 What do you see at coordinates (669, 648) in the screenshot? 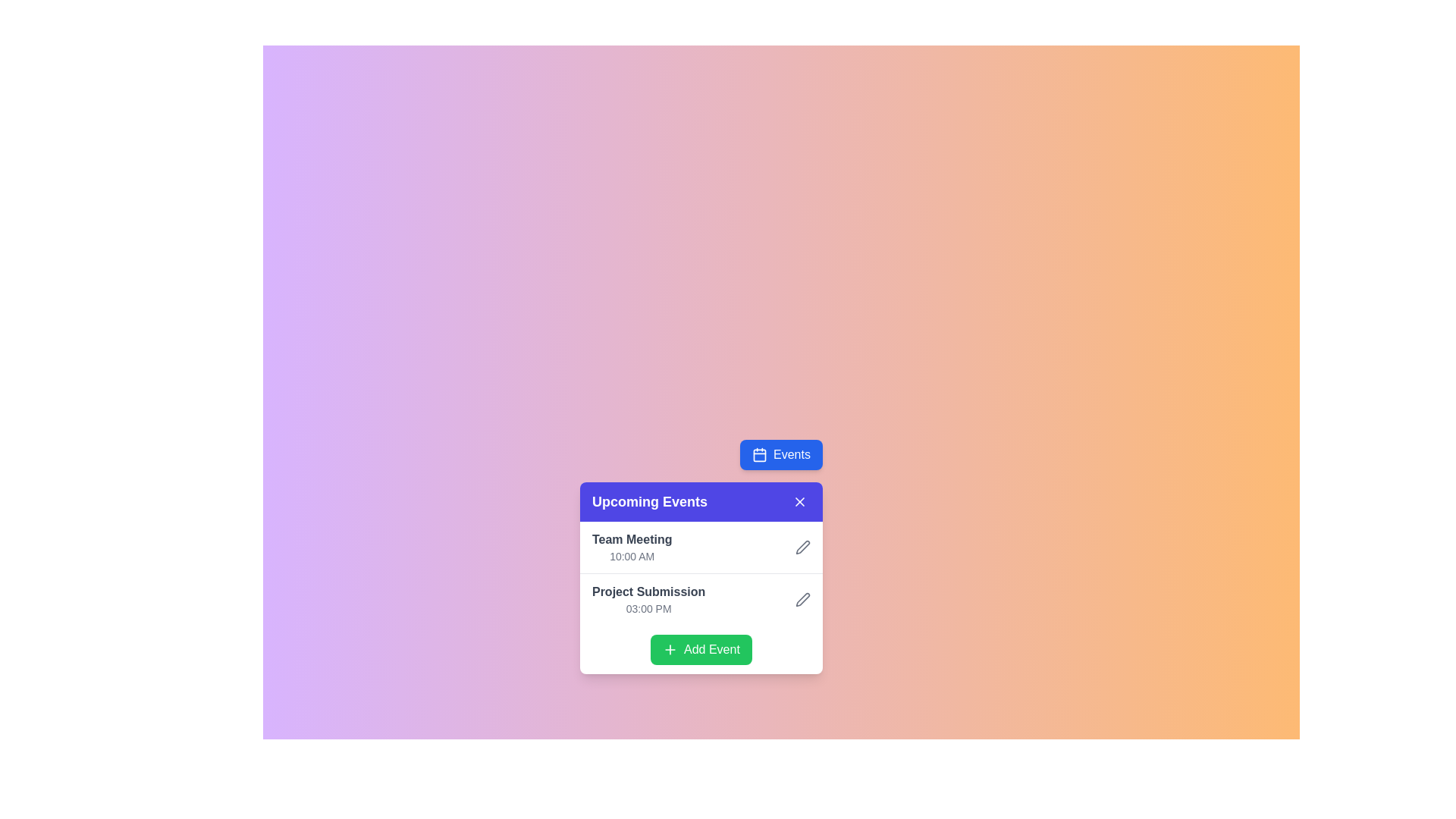
I see `the green plus icon located to the left of the 'Add Event' text on the green rectangular button to initiate adding an event` at bounding box center [669, 648].